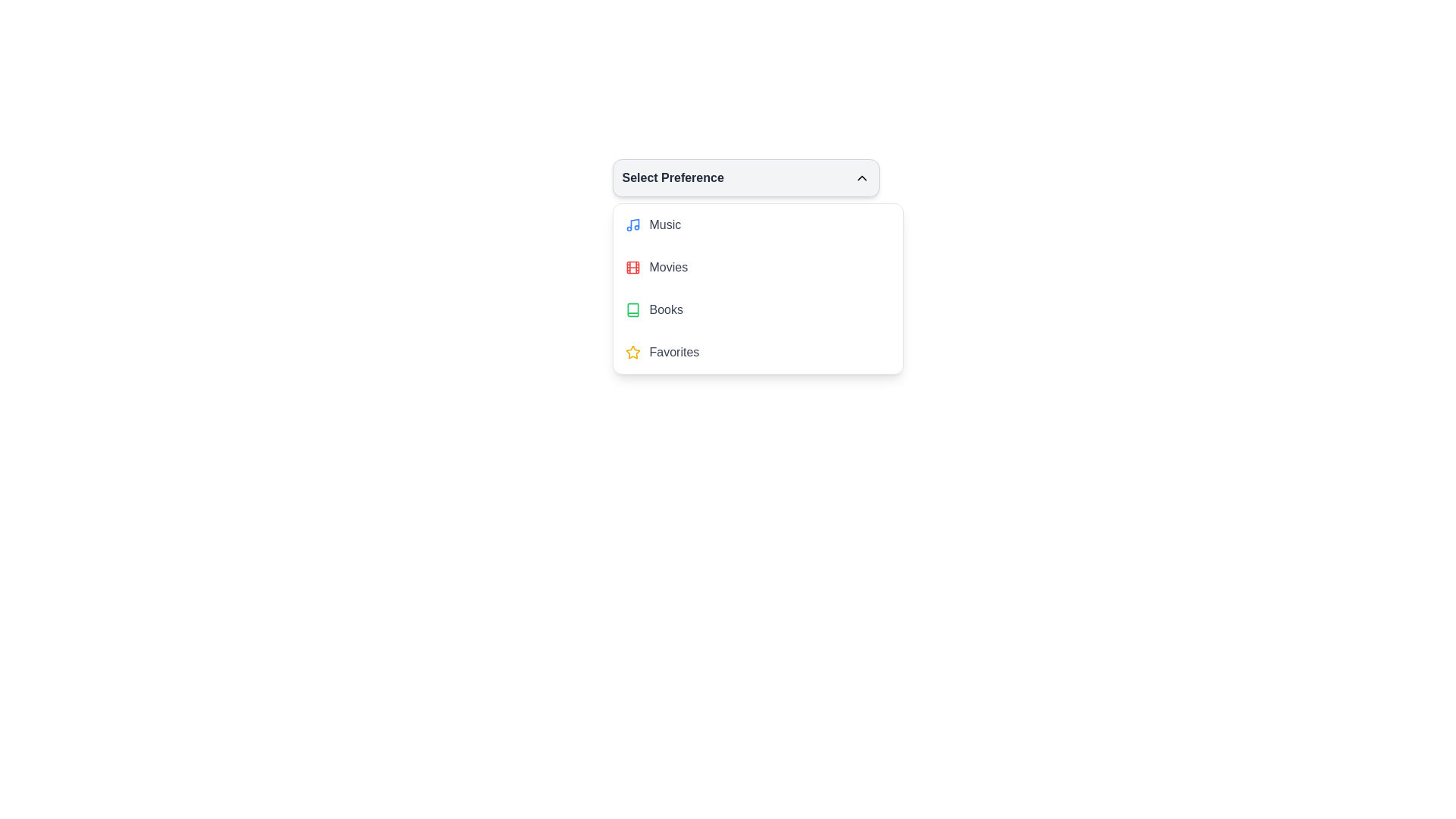 The height and width of the screenshot is (819, 1456). Describe the element at coordinates (673, 353) in the screenshot. I see `the 'Favorites' text label in the dropdown menu, which is positioned to the right of a yellow star icon and is the last item in the list` at that location.